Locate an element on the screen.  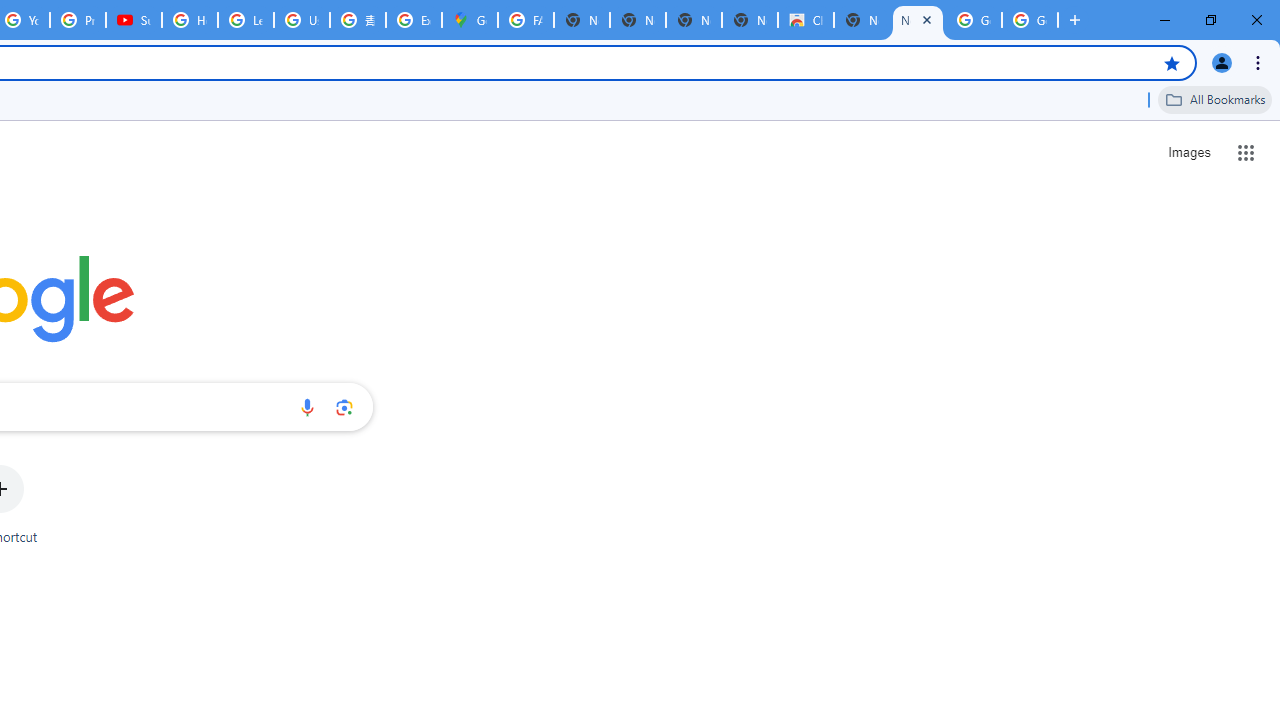
'How Chrome protects your passwords - Google Chrome Help' is located at coordinates (190, 20).